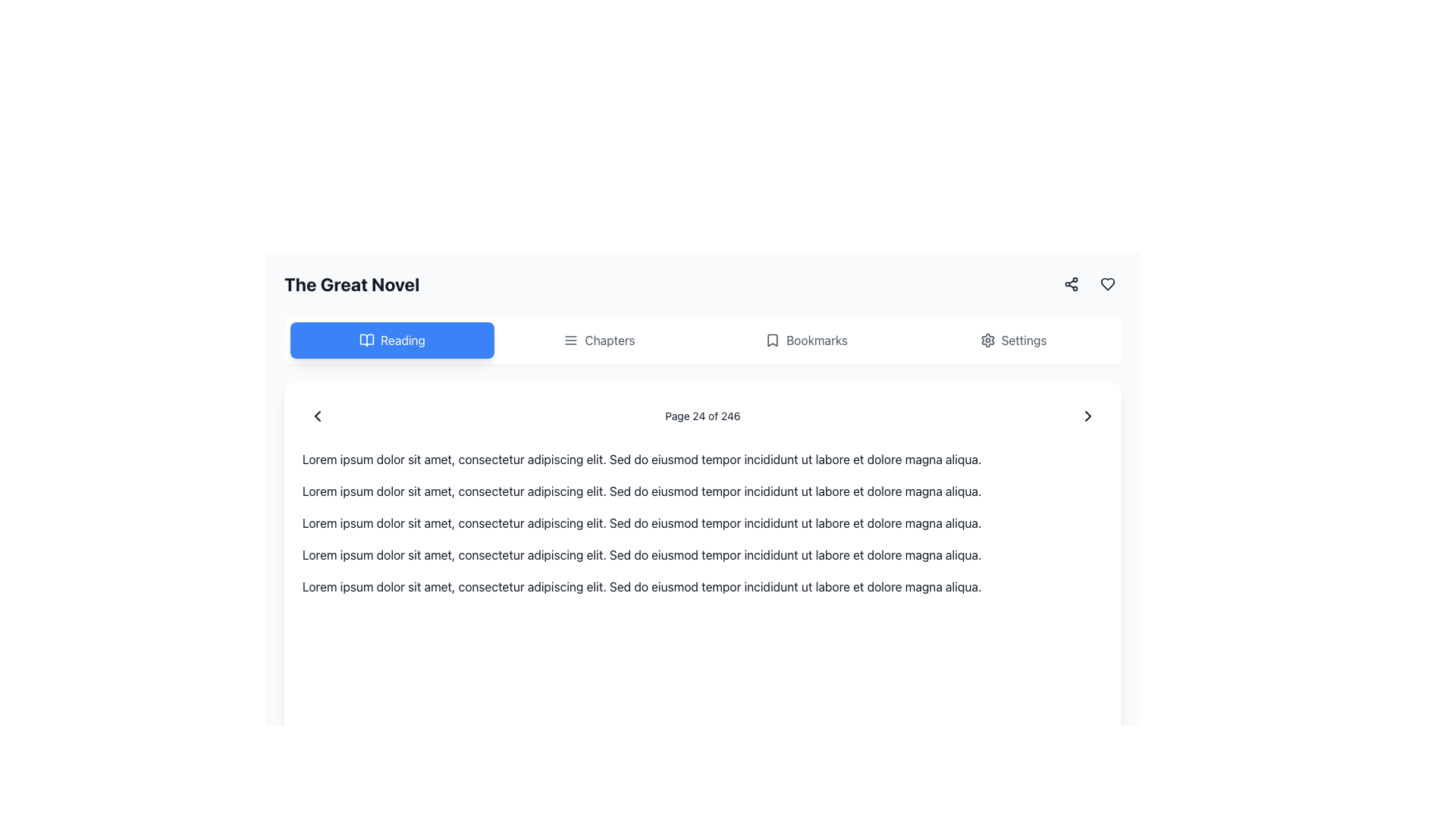  What do you see at coordinates (1107, 284) in the screenshot?
I see `the heart SVG icon within the circular button located in the top-right corner of the interface` at bounding box center [1107, 284].